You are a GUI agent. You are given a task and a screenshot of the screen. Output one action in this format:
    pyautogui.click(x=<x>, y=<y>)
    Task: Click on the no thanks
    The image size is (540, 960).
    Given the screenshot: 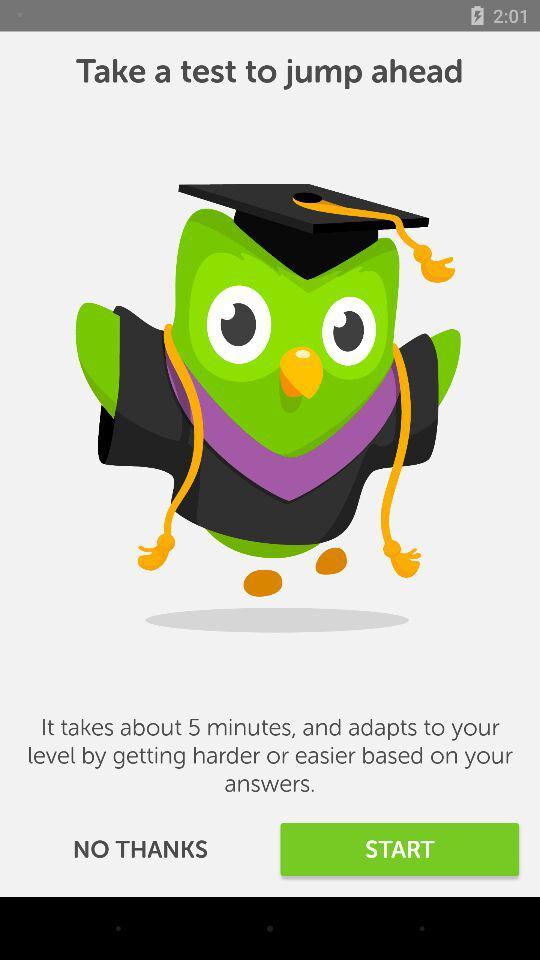 What is the action you would take?
    pyautogui.click(x=139, y=848)
    